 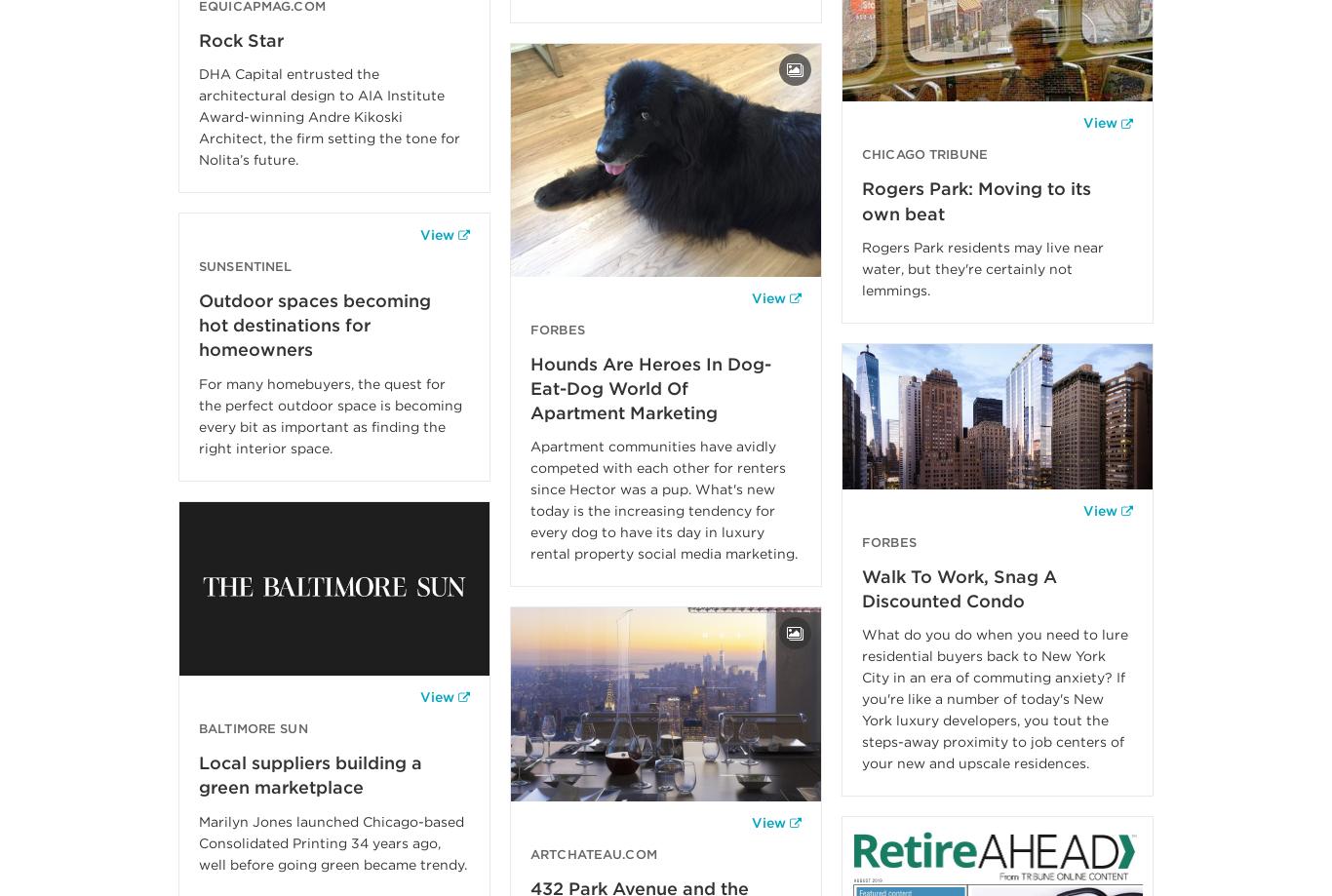 I want to click on 'Walk To Work, Snag A Discounted Condo', so click(x=960, y=588).